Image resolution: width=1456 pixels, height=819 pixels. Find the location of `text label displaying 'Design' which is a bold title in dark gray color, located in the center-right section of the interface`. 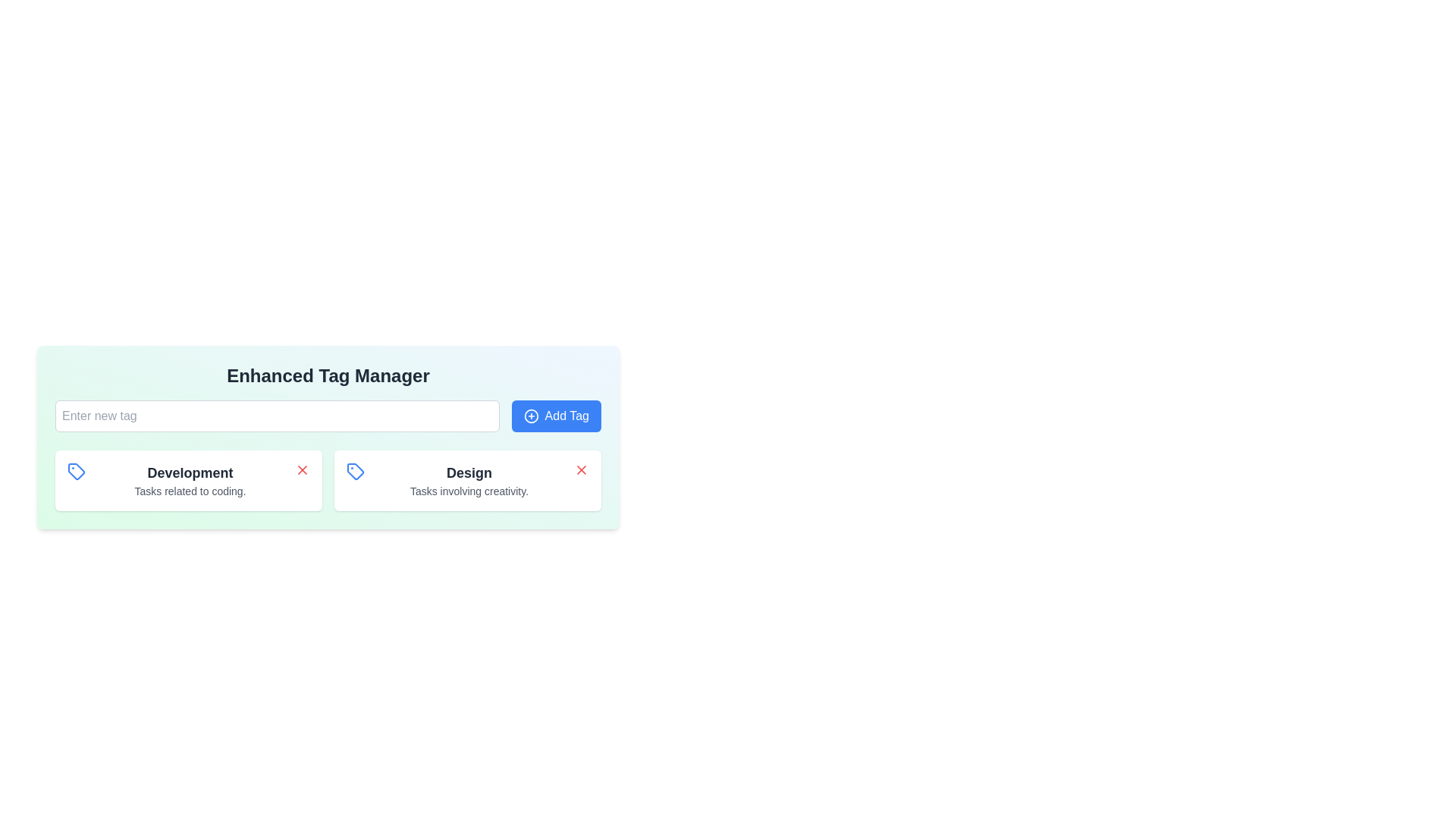

text label displaying 'Design' which is a bold title in dark gray color, located in the center-right section of the interface is located at coordinates (469, 472).